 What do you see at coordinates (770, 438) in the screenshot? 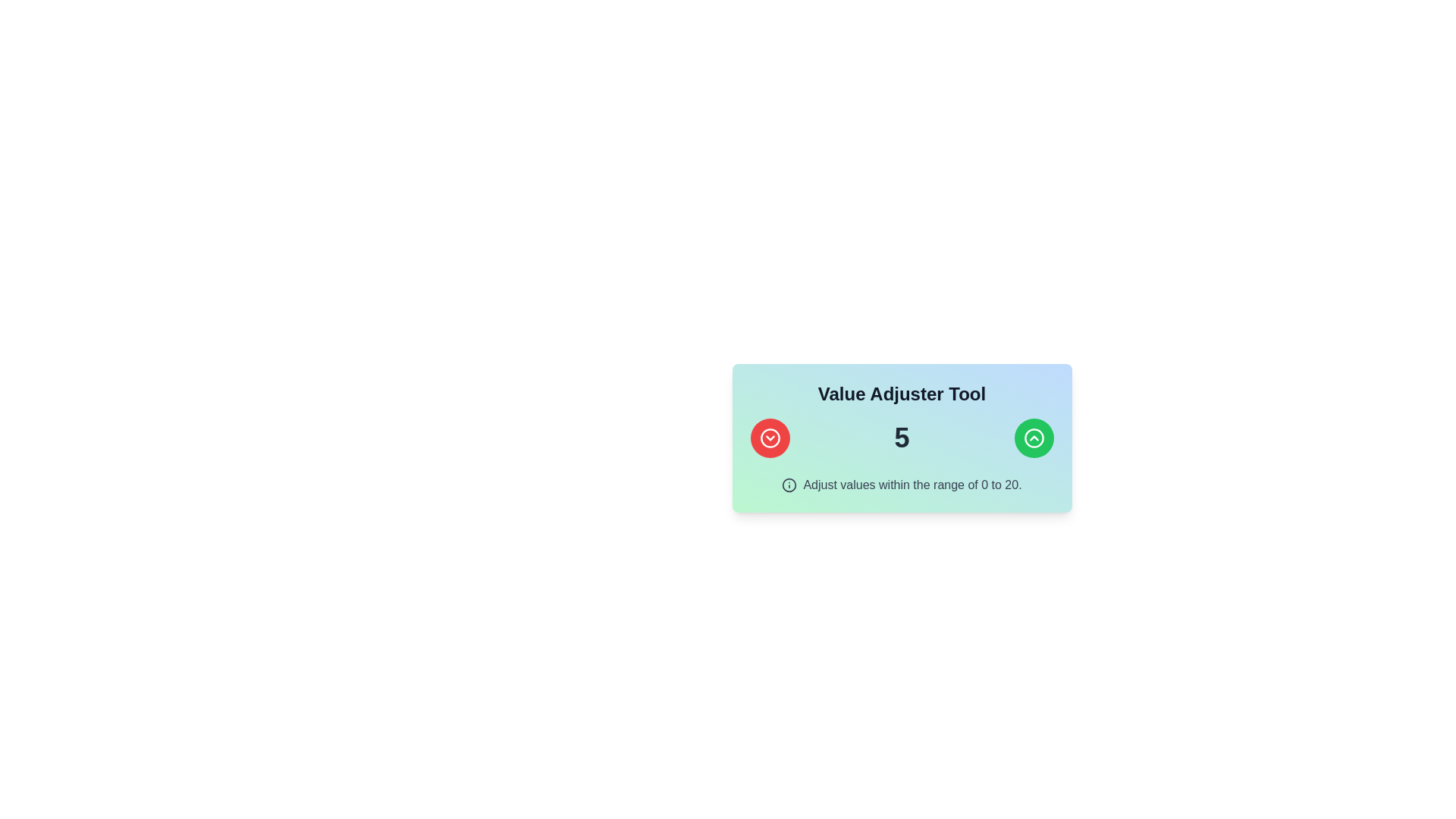
I see `the circular red button with a white border and a downward-pointing chevron icon, located in the leftmost position of the Value Adjuster Tool interface` at bounding box center [770, 438].